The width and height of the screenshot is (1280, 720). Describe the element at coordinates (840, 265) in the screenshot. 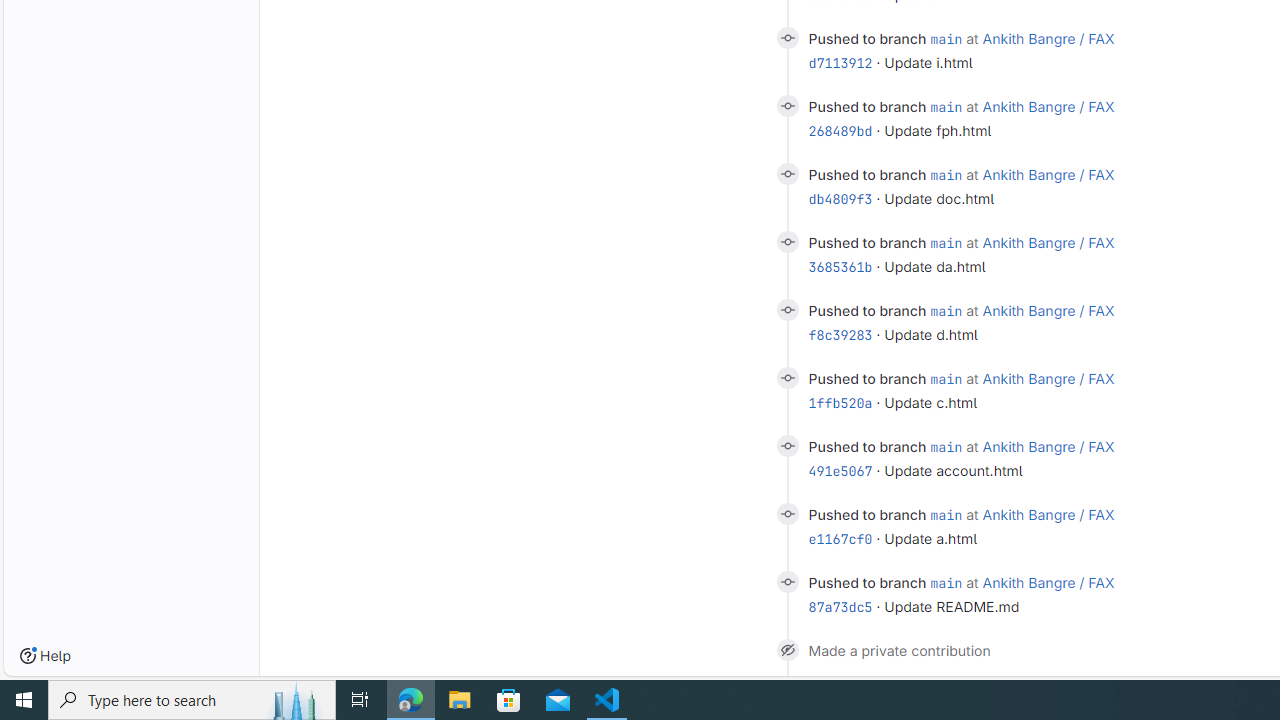

I see `'3685361b'` at that location.